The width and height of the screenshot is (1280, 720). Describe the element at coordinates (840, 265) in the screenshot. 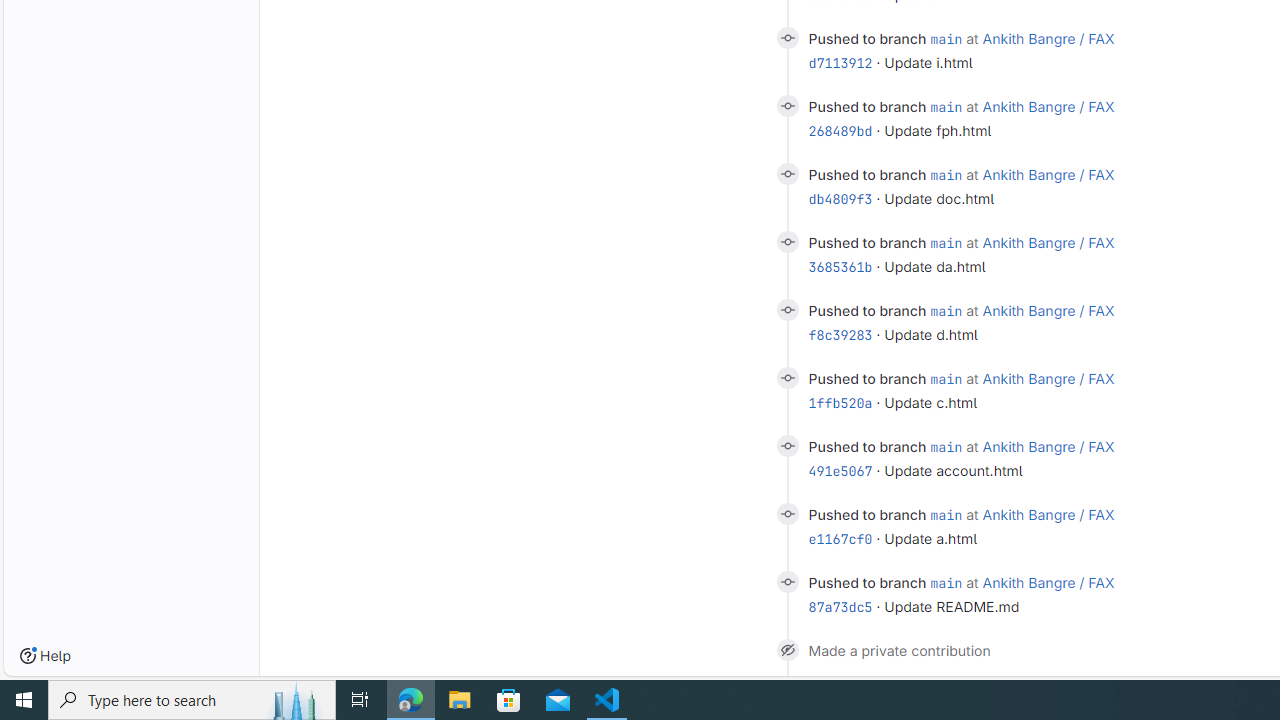

I see `'3685361b'` at that location.